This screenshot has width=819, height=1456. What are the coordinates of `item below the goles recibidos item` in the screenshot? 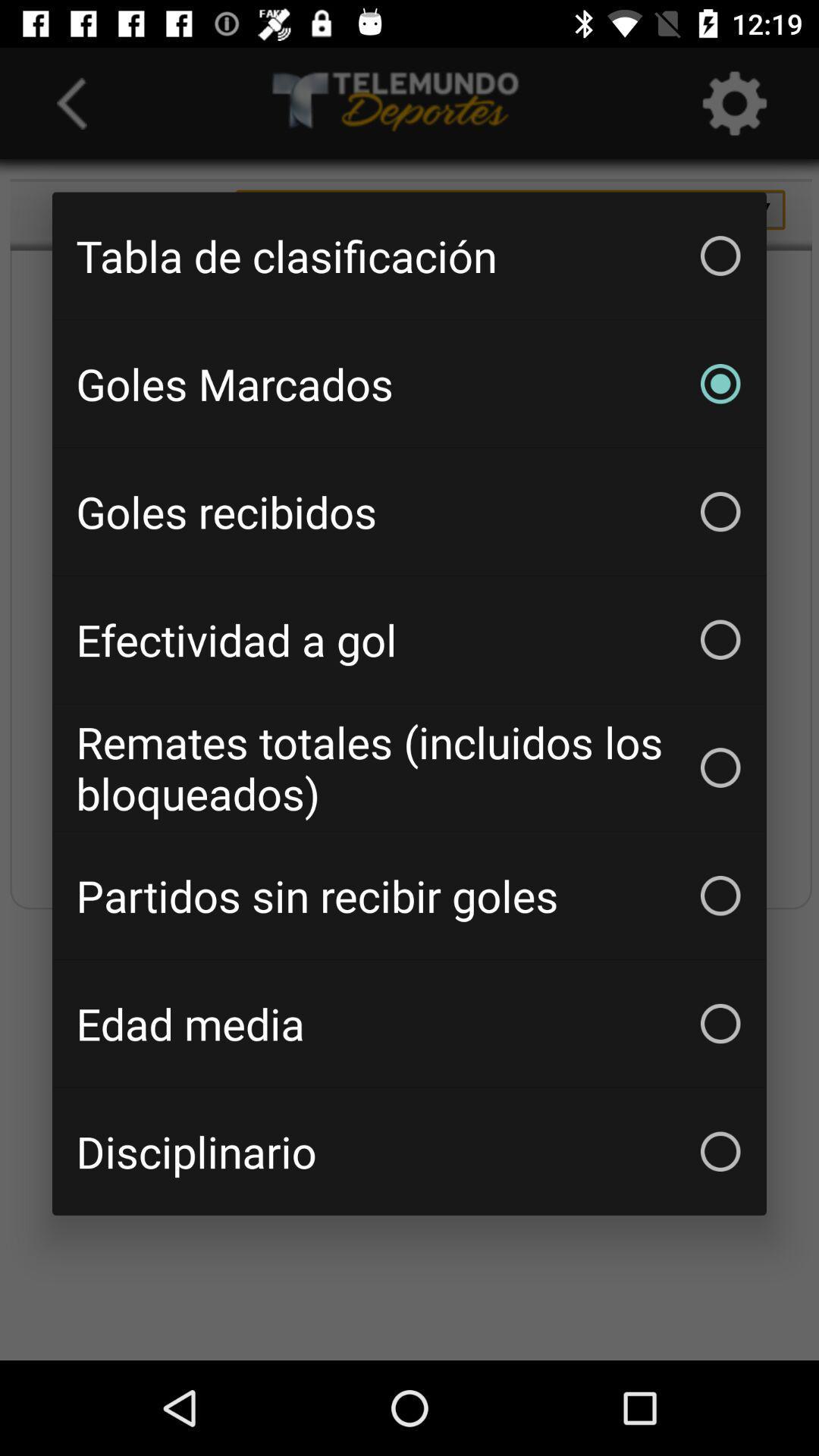 It's located at (409, 639).